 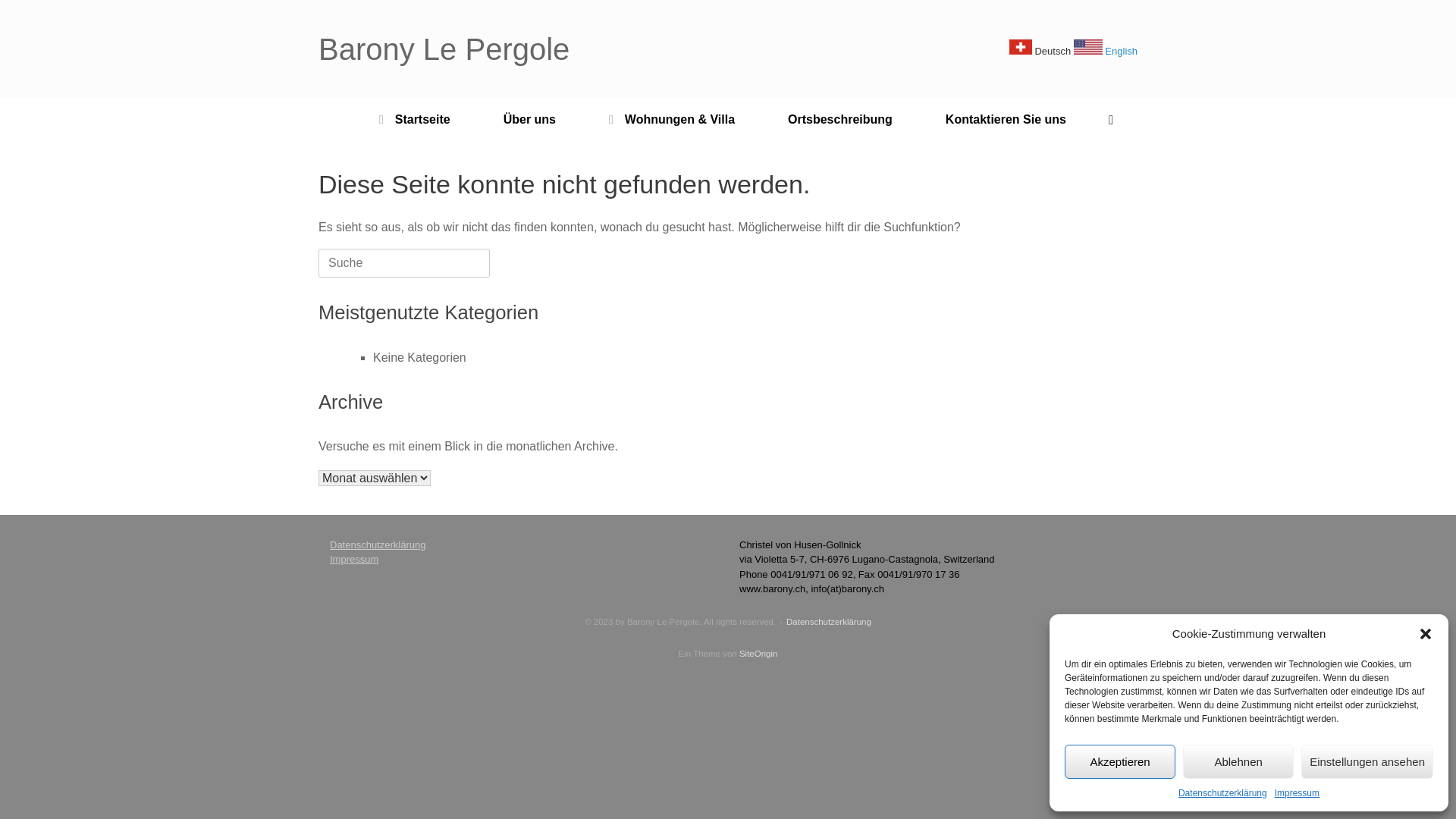 What do you see at coordinates (1296, 792) in the screenshot?
I see `'Impressum'` at bounding box center [1296, 792].